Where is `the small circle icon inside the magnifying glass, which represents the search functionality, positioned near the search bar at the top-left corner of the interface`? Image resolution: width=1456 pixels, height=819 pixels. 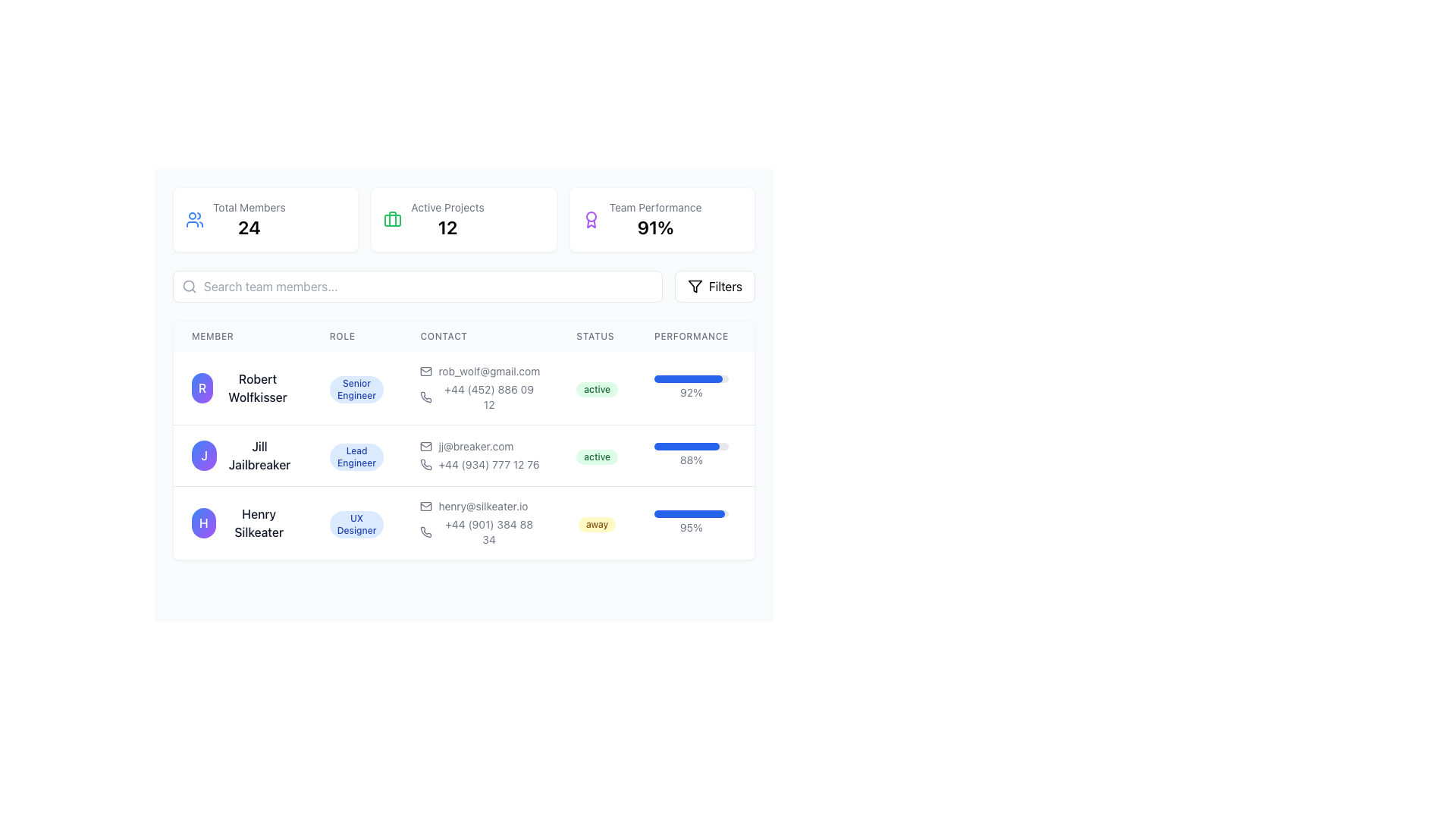
the small circle icon inside the magnifying glass, which represents the search functionality, positioned near the search bar at the top-left corner of the interface is located at coordinates (188, 286).